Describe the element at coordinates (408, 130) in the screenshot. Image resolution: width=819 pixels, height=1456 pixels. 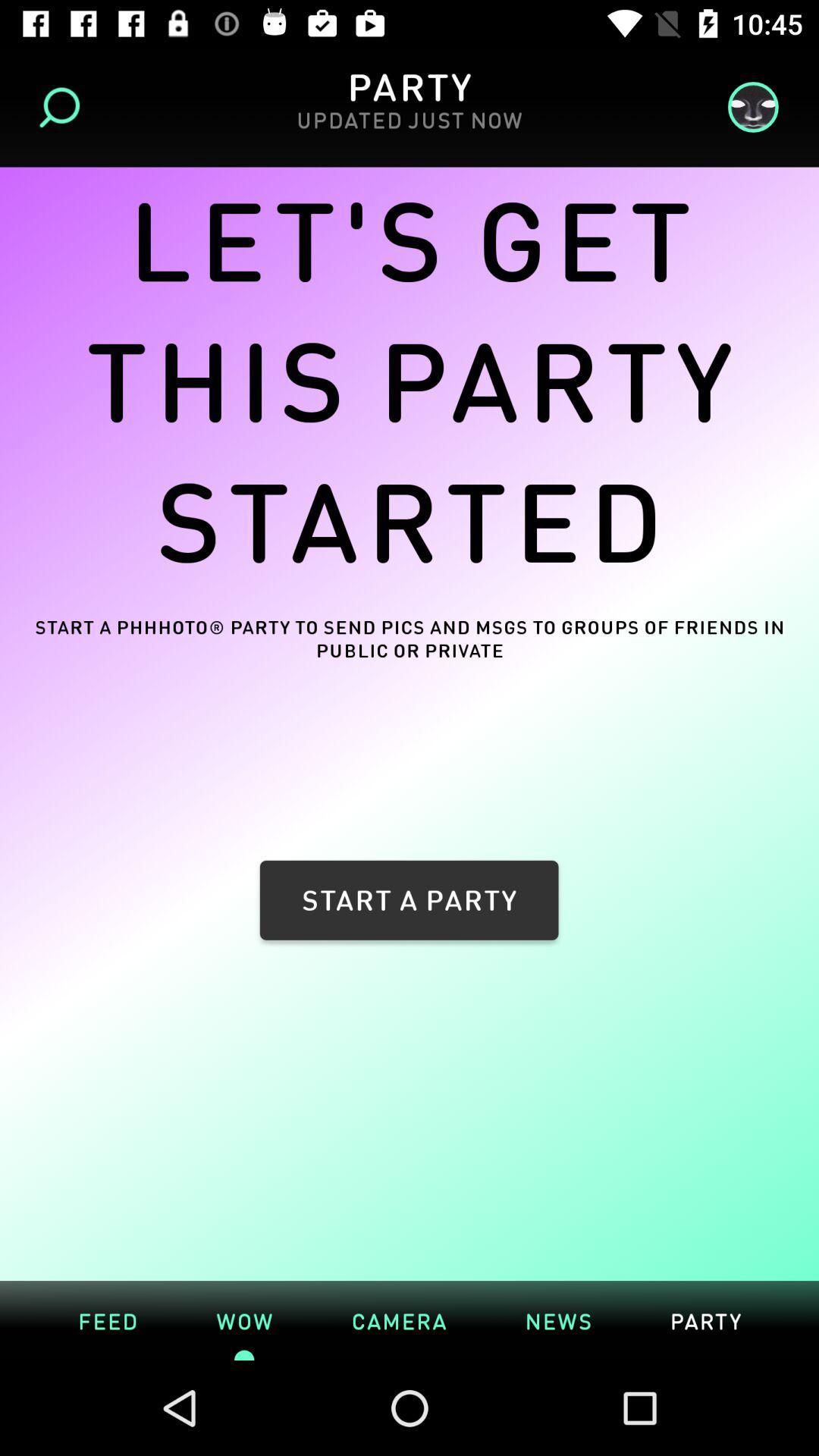
I see `the item above let s get icon` at that location.